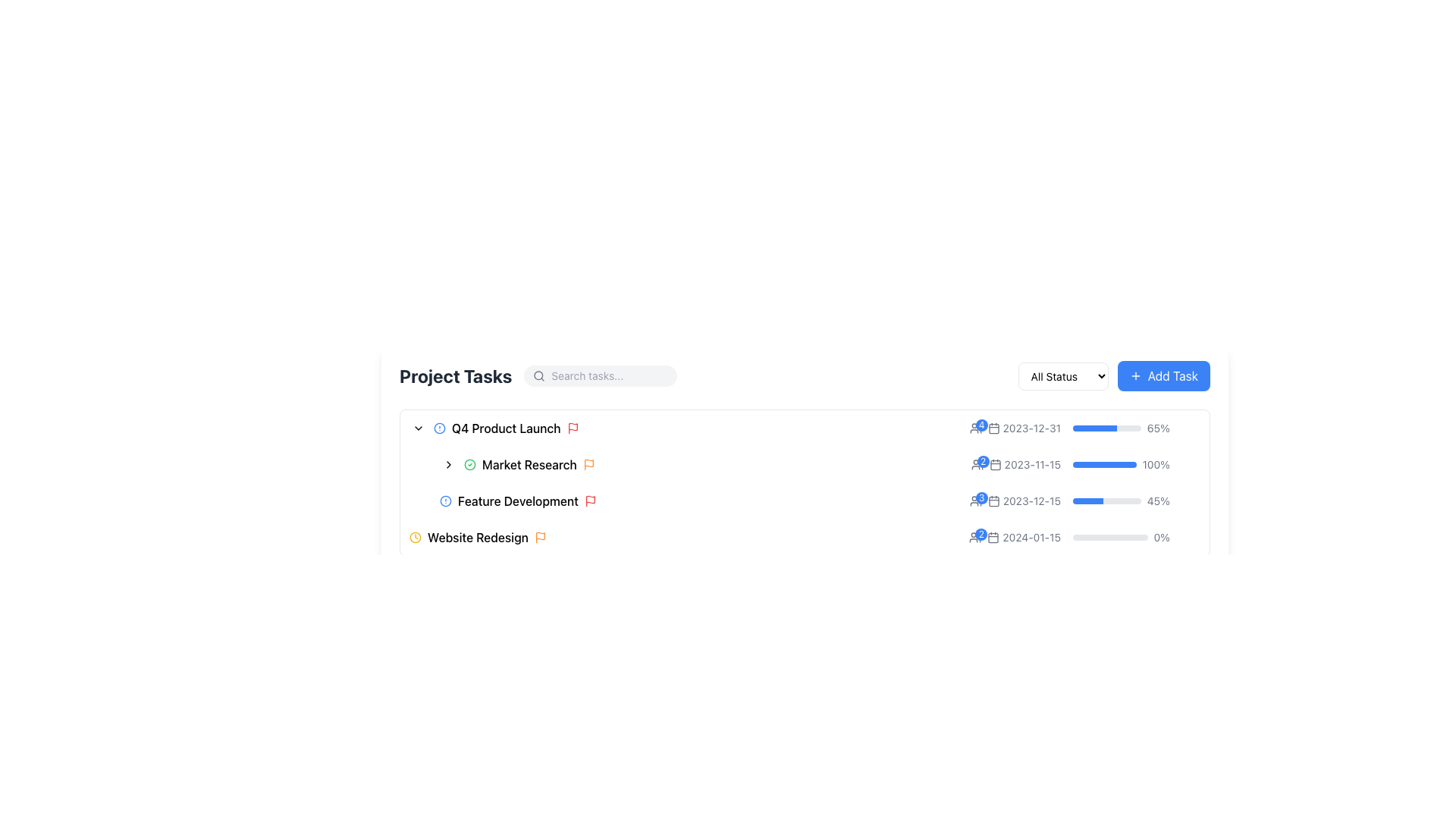 The image size is (1456, 819). Describe the element at coordinates (469, 464) in the screenshot. I see `the status icon indicating the completion of the 'Market Research' task, which is positioned to the left of the text 'Market Research'` at that location.